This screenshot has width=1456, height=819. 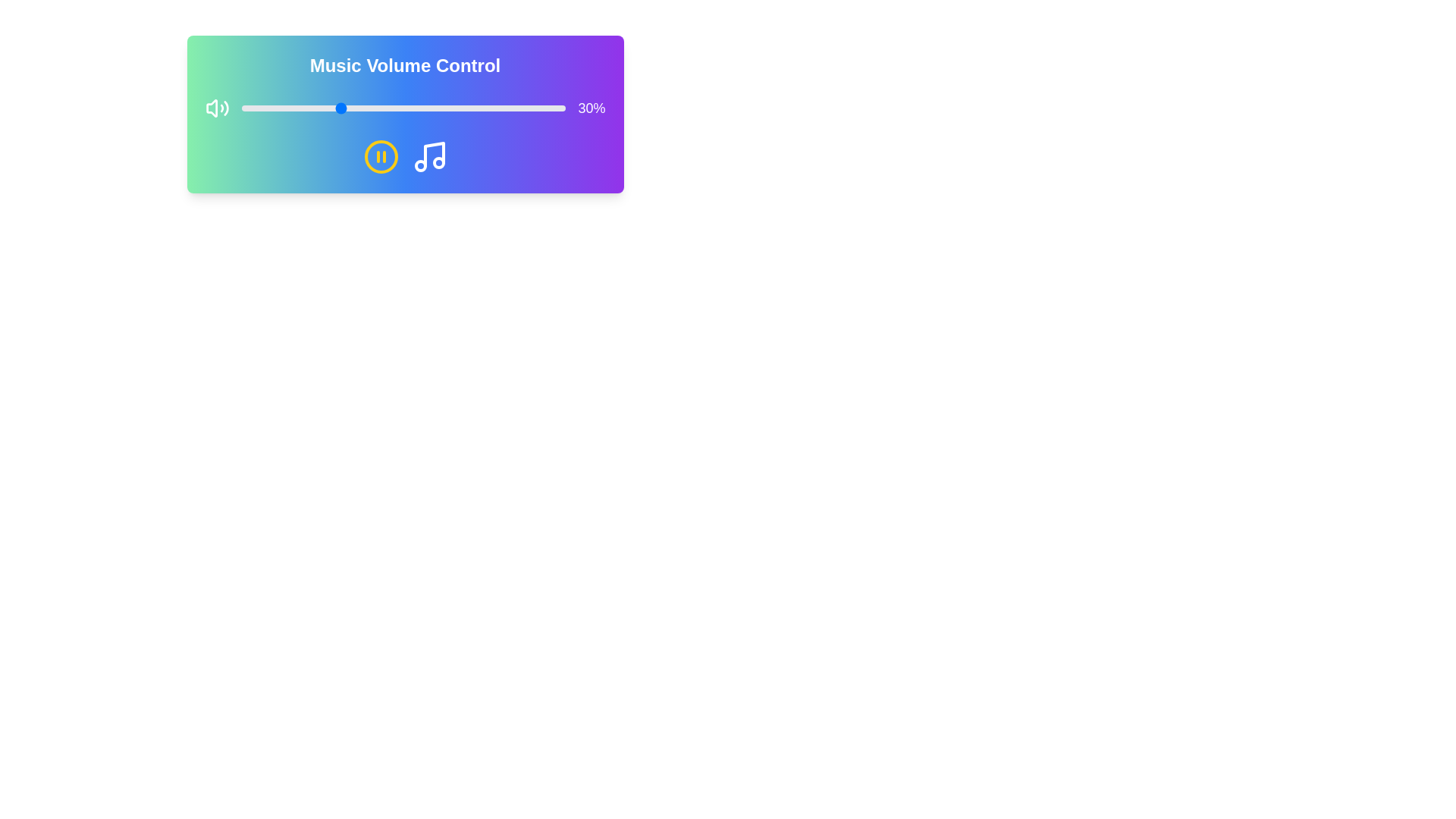 What do you see at coordinates (381, 157) in the screenshot?
I see `the circular pause icon with a yellow outline, characterized by two vertical yellow bars in its center` at bounding box center [381, 157].